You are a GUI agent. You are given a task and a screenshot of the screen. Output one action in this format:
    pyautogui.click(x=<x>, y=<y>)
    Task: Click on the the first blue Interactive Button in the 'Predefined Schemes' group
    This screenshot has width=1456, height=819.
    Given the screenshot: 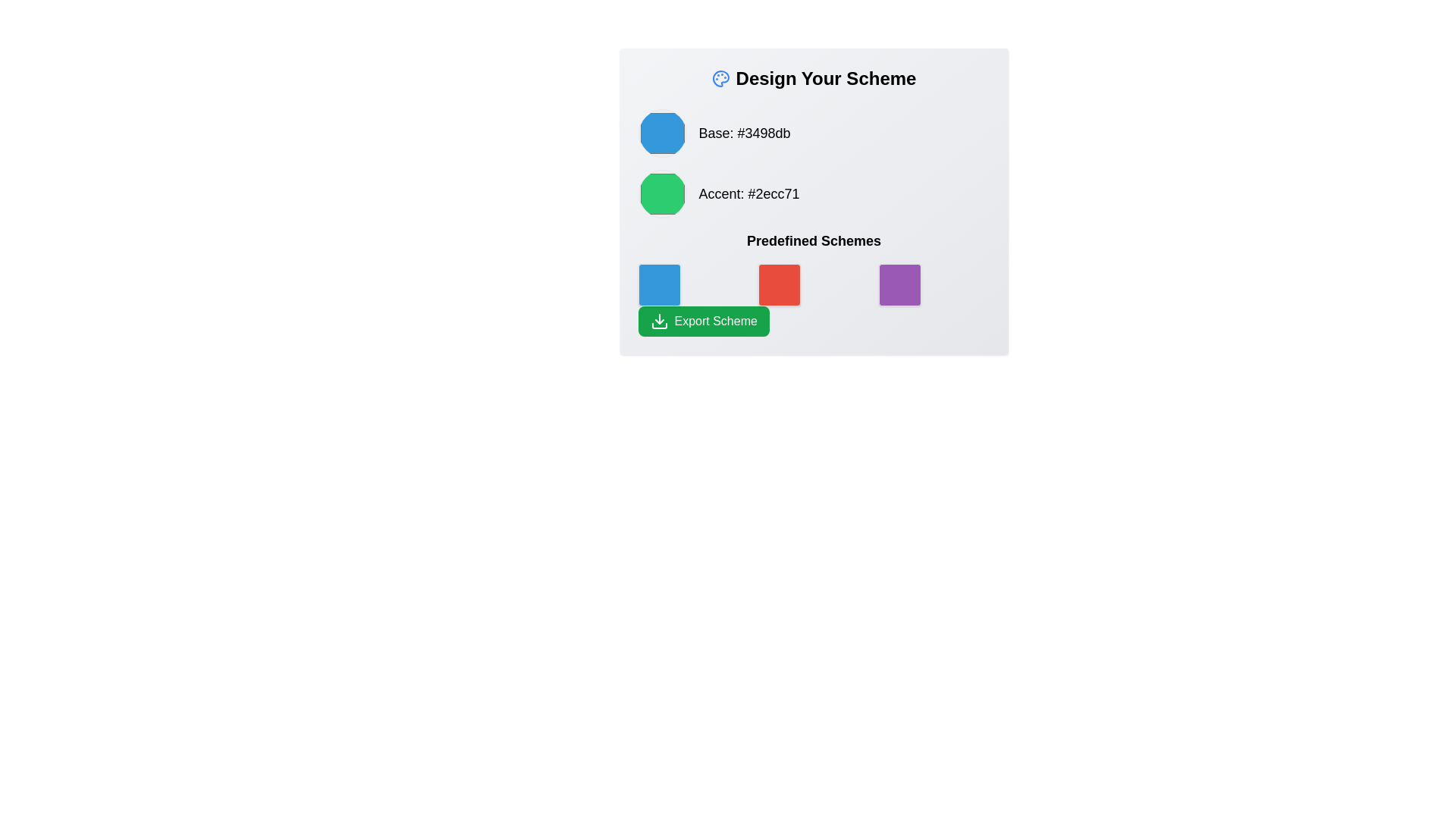 What is the action you would take?
    pyautogui.click(x=659, y=284)
    